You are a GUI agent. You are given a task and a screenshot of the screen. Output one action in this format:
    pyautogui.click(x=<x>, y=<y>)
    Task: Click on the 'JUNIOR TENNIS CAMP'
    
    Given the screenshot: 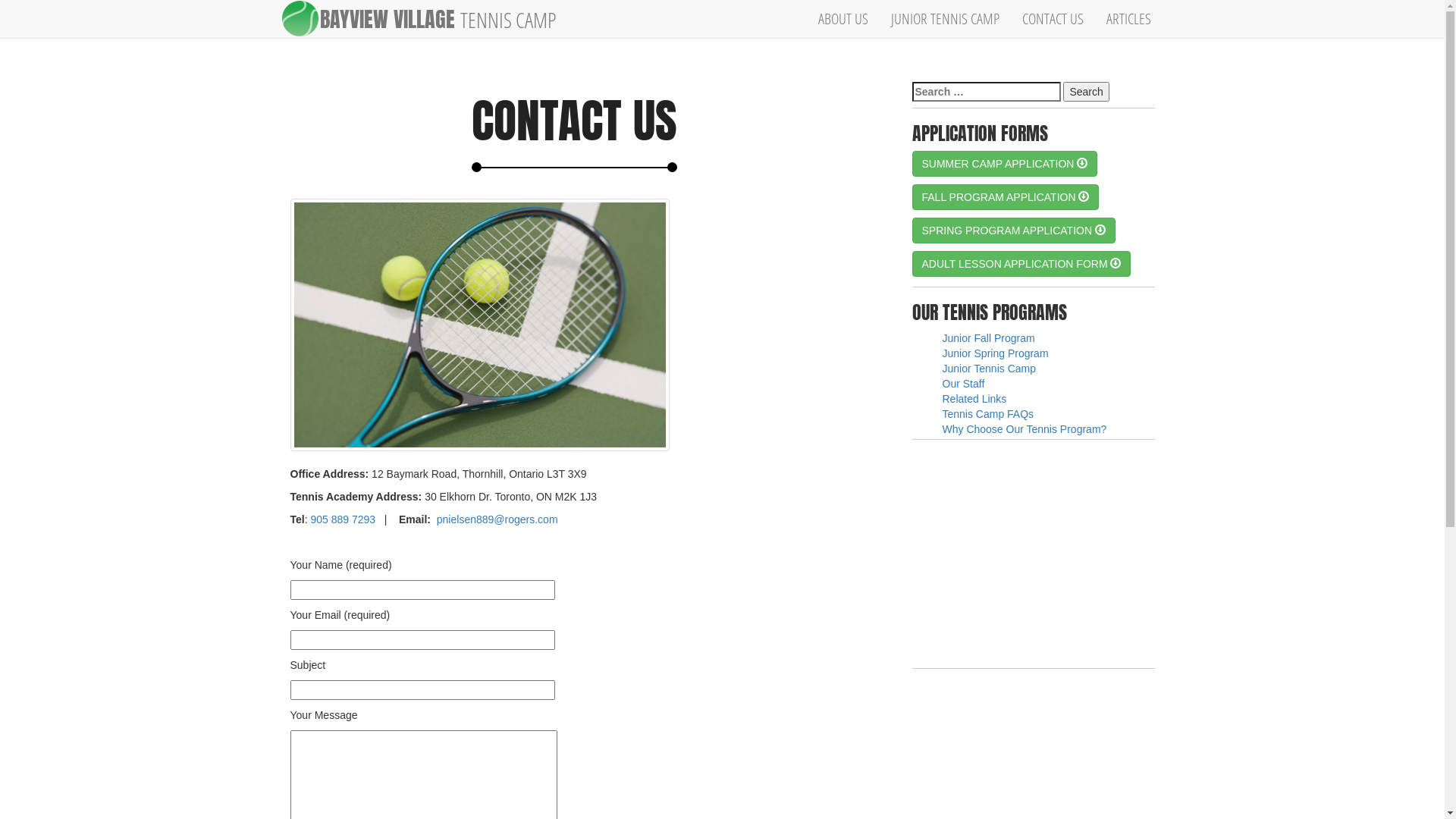 What is the action you would take?
    pyautogui.click(x=944, y=18)
    